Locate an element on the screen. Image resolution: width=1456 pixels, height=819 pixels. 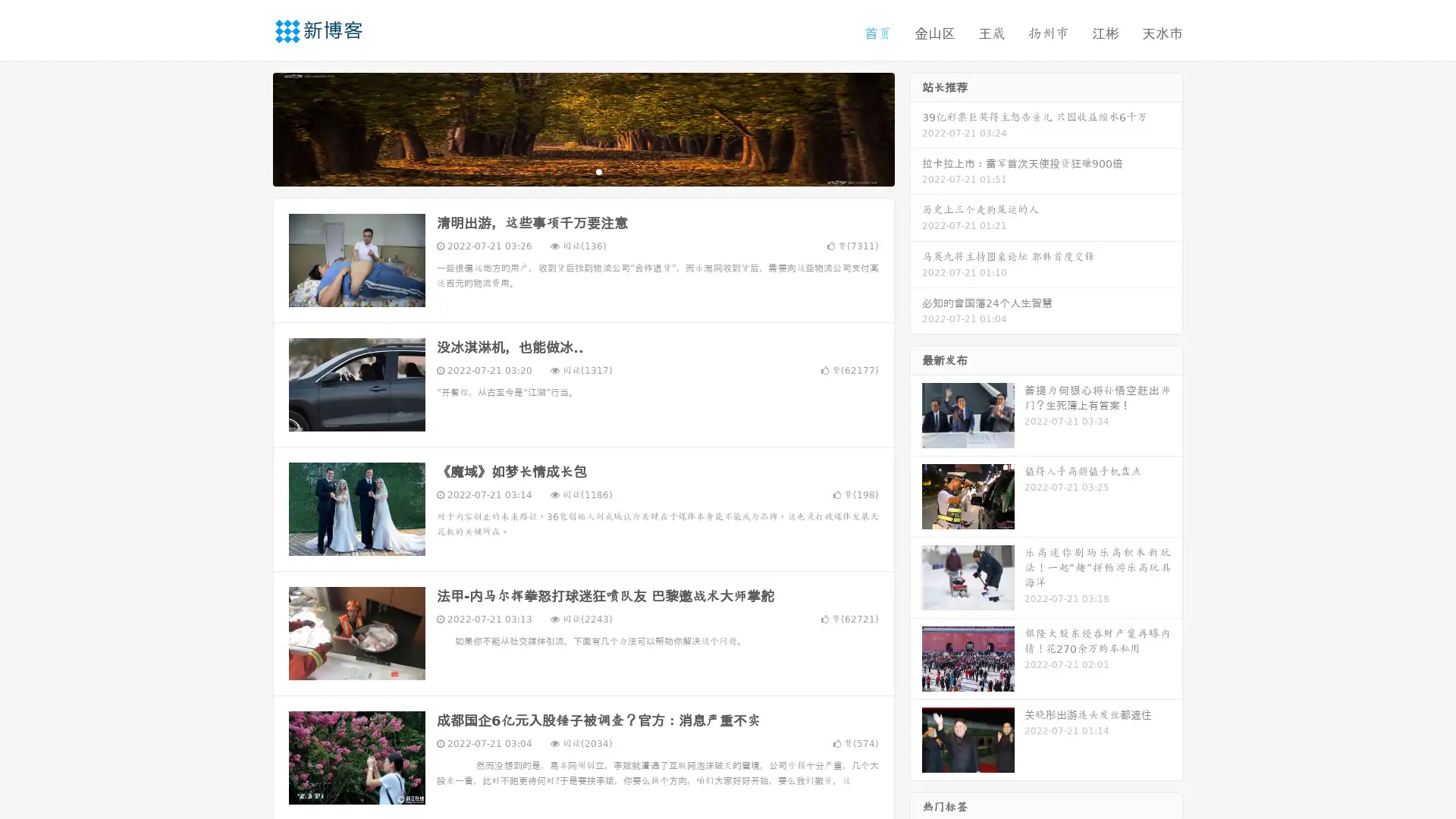
Go to slide 3 is located at coordinates (598, 171).